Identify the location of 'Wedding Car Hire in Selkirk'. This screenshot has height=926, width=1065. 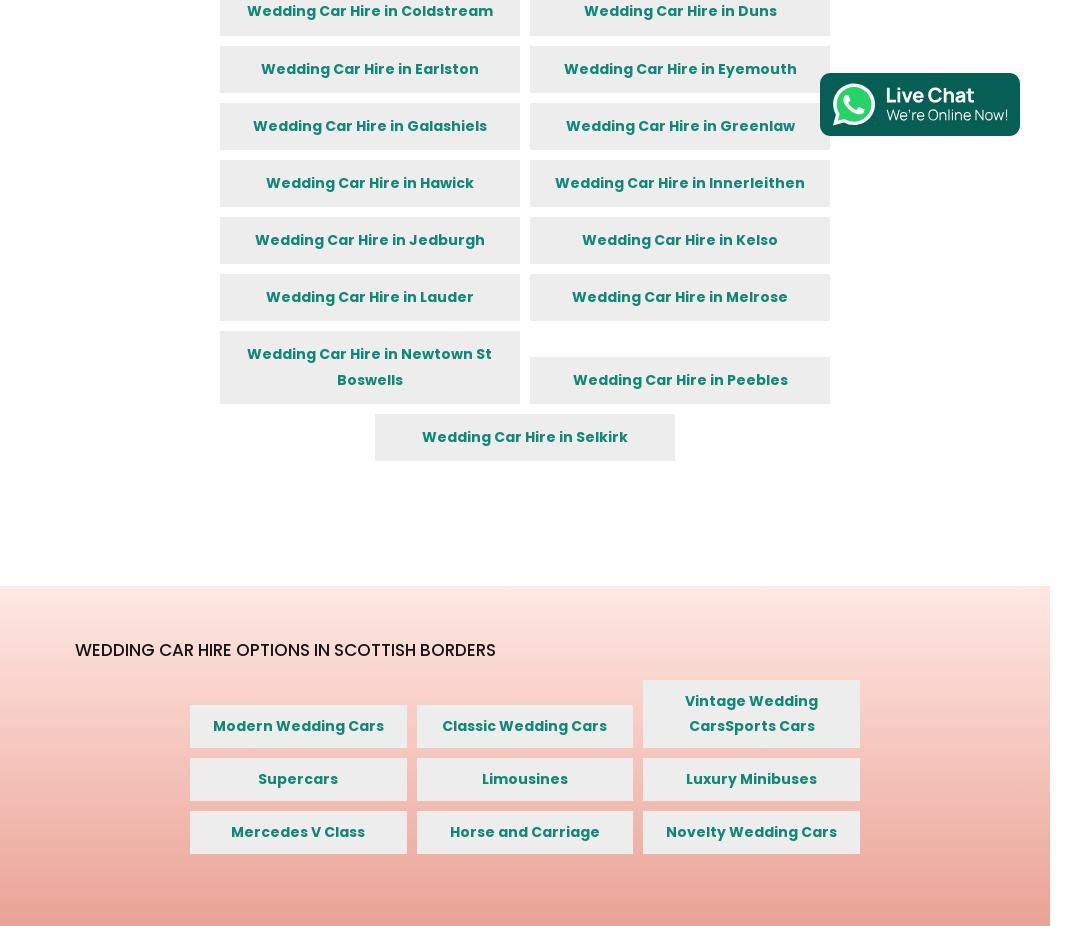
(524, 435).